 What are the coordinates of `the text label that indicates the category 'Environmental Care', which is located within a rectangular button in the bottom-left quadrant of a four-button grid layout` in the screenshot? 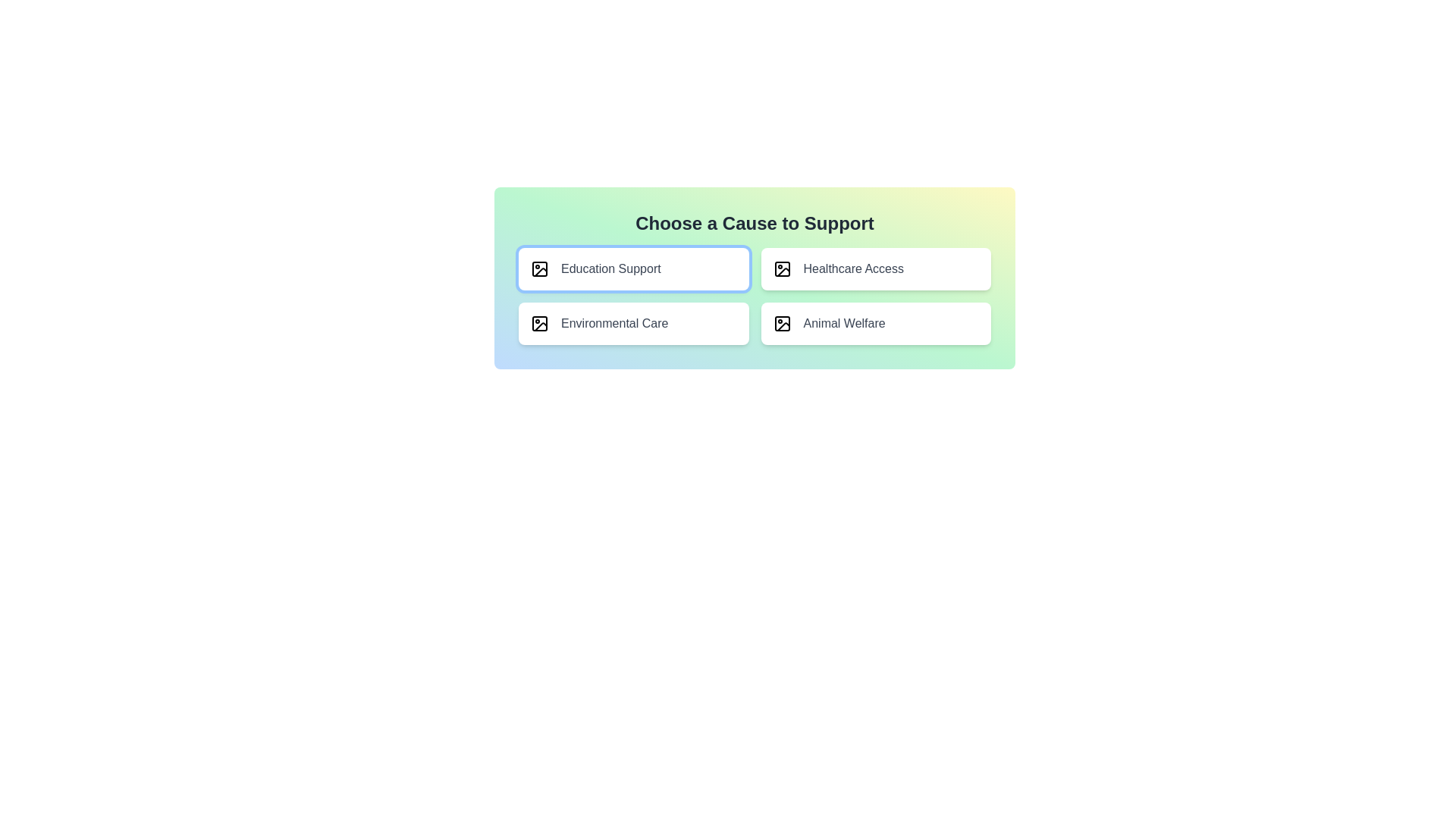 It's located at (614, 323).